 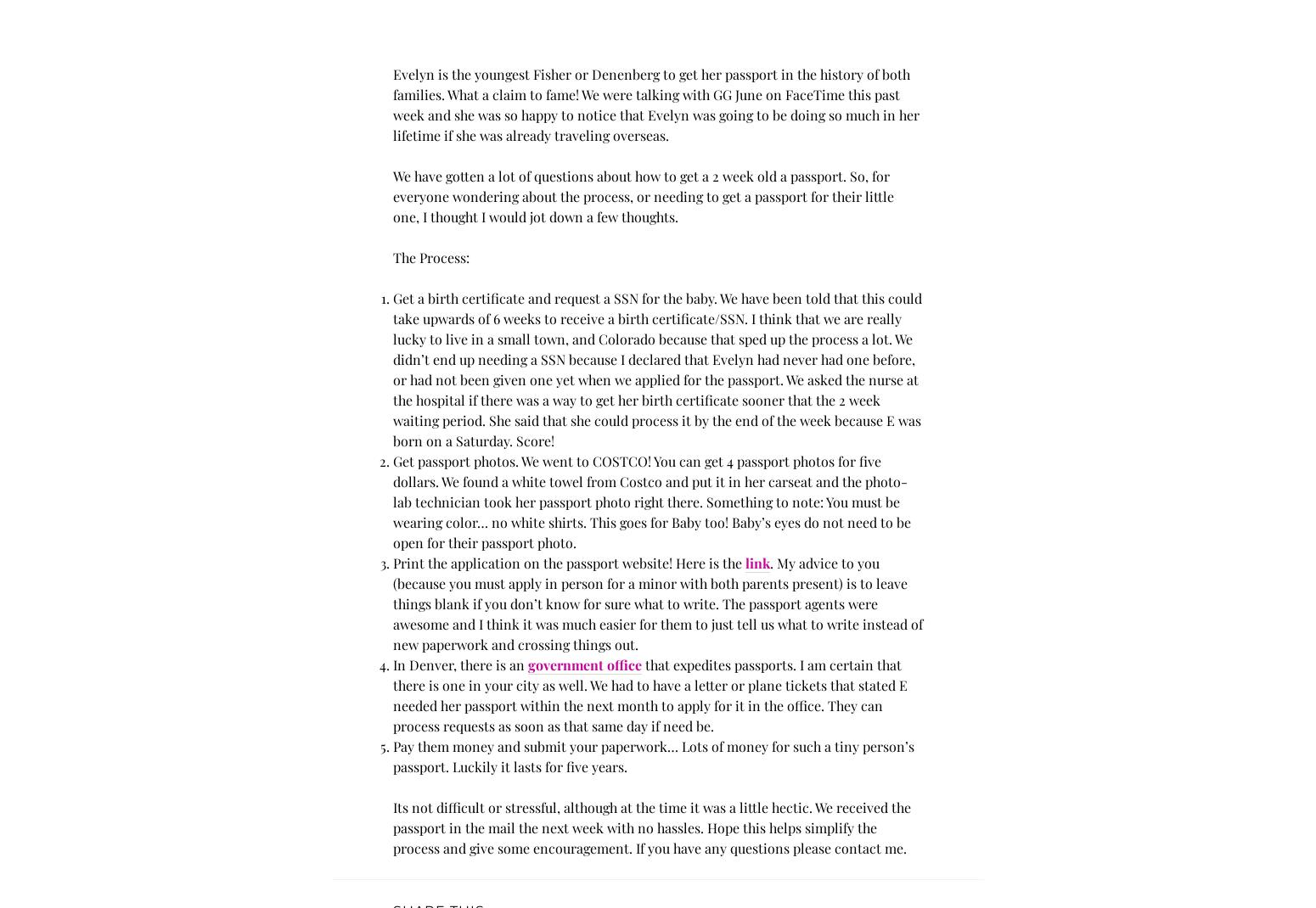 What do you see at coordinates (655, 104) in the screenshot?
I see `'Evelyn is the youngest Fisher or Denenberg to get her passport in the history of both families. What a claim to fame! We were talking with GG June on FaceTime this past week and she was so happy to notice that Evelyn was going to be doing so much in her lifetime if she was already traveling overseas.'` at bounding box center [655, 104].